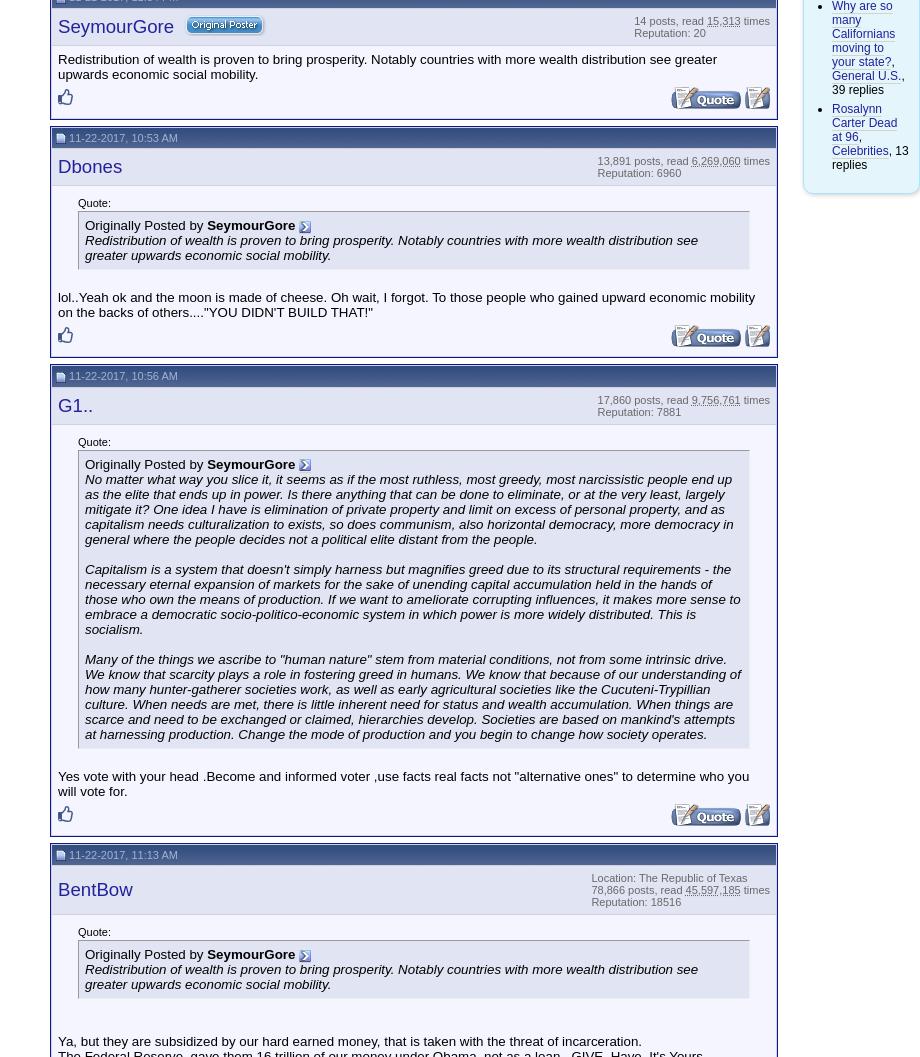  I want to click on ', 13 replies', so click(869, 156).